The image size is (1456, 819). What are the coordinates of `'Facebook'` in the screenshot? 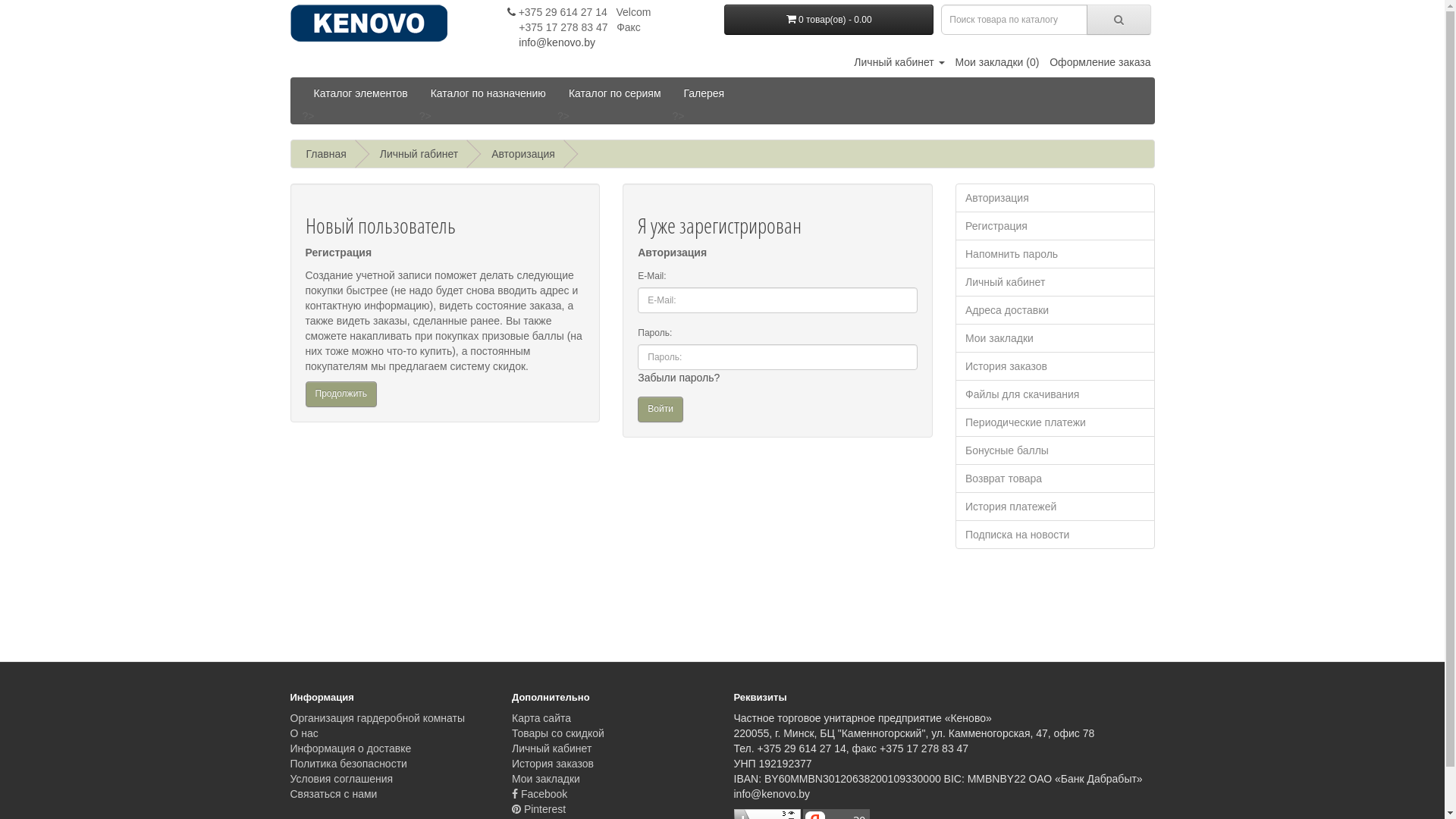 It's located at (539, 792).